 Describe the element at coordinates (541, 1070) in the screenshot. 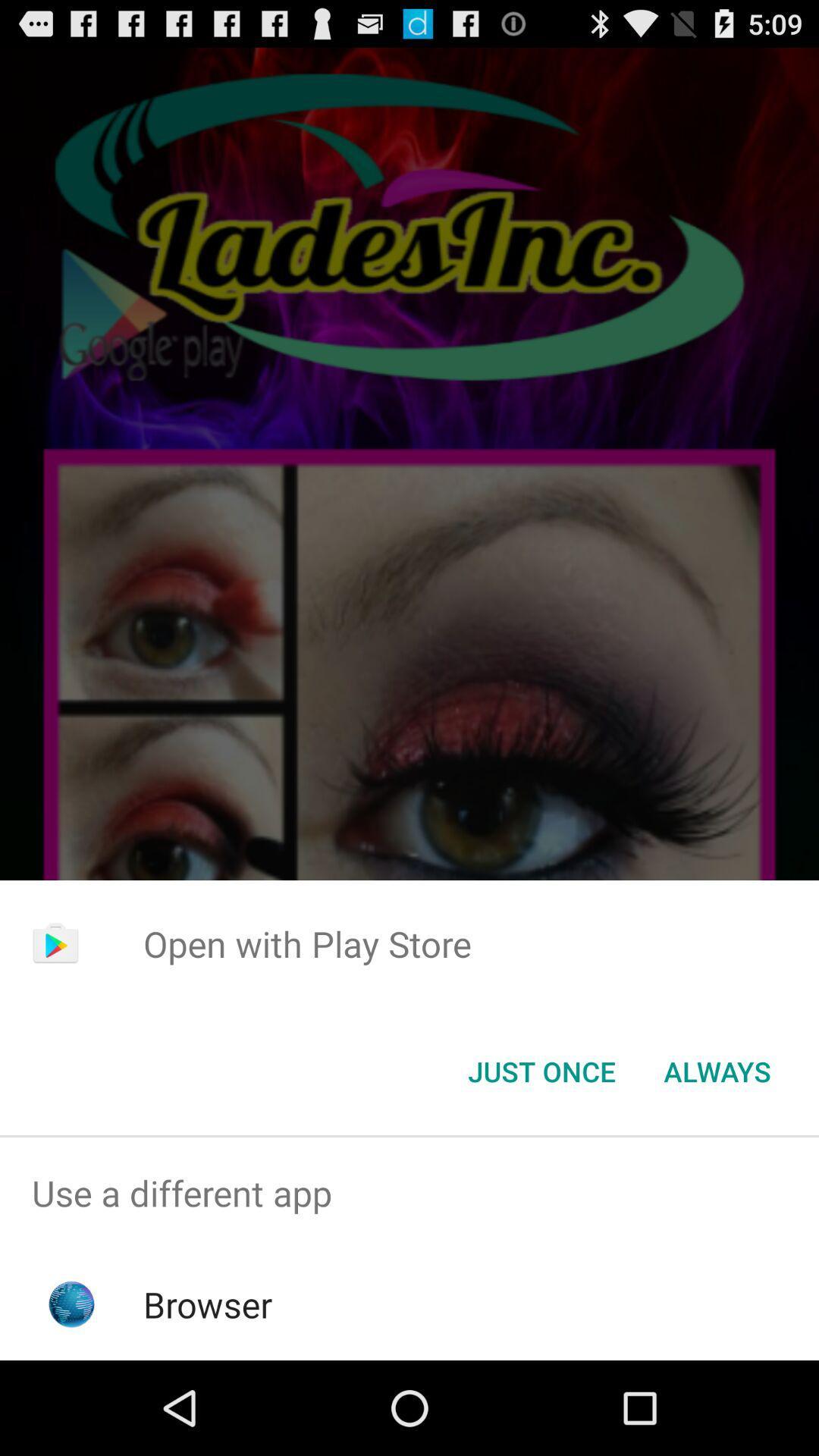

I see `the just once item` at that location.